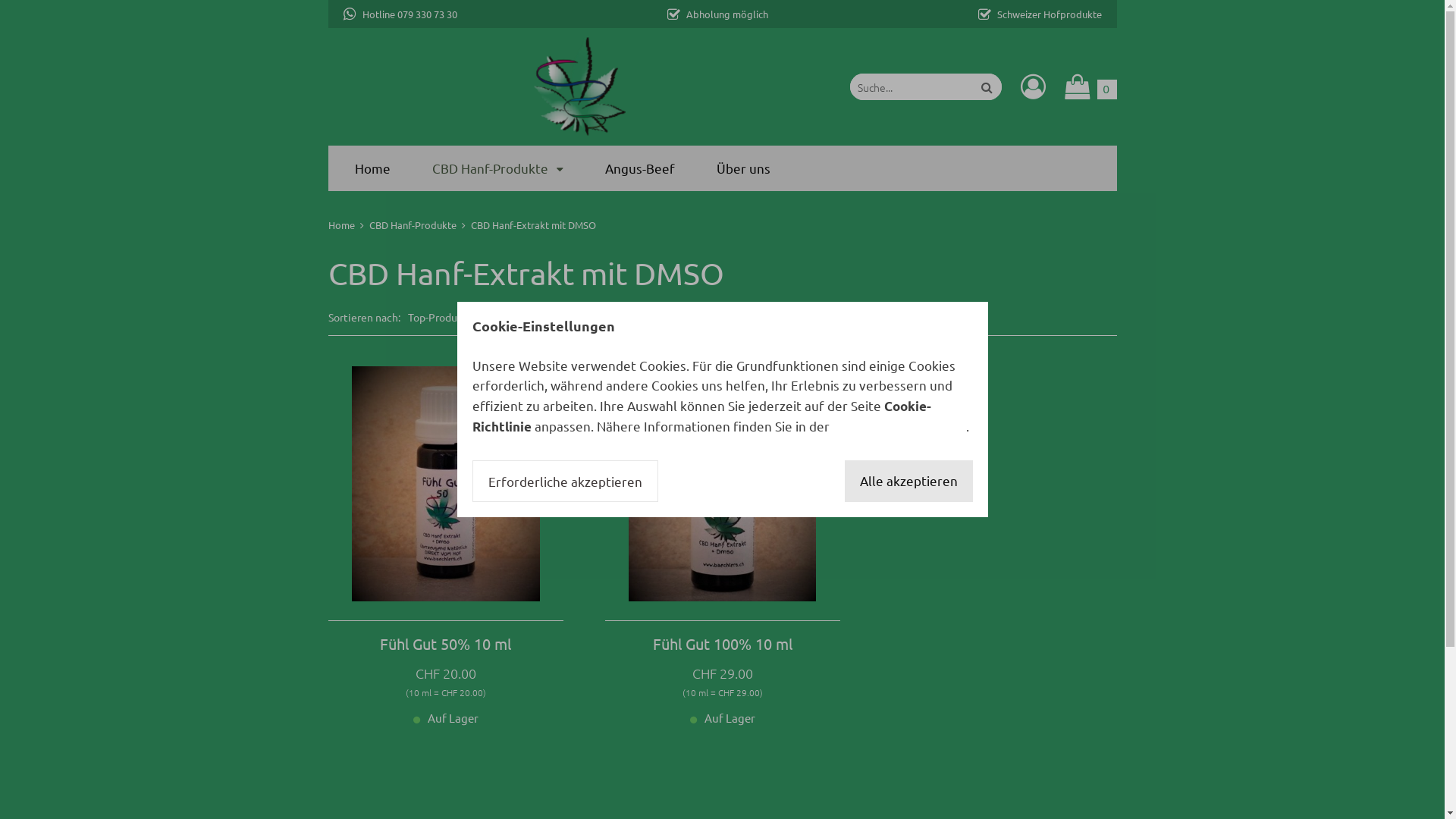  I want to click on 'CBD Hanf-Produkte', so click(412, 224).